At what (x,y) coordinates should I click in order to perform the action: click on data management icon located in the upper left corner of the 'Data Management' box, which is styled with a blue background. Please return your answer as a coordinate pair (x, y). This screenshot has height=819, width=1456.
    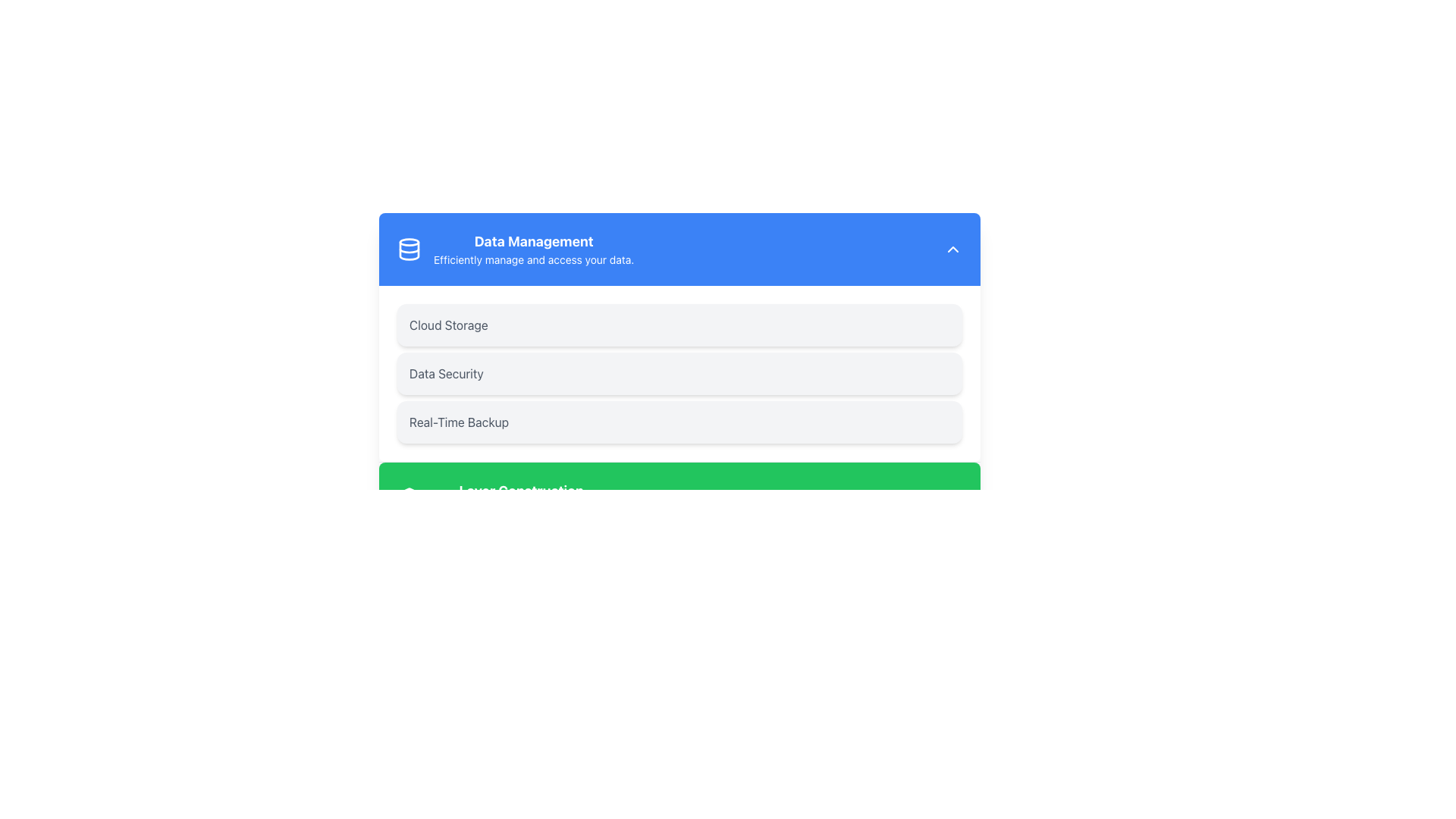
    Looking at the image, I should click on (409, 248).